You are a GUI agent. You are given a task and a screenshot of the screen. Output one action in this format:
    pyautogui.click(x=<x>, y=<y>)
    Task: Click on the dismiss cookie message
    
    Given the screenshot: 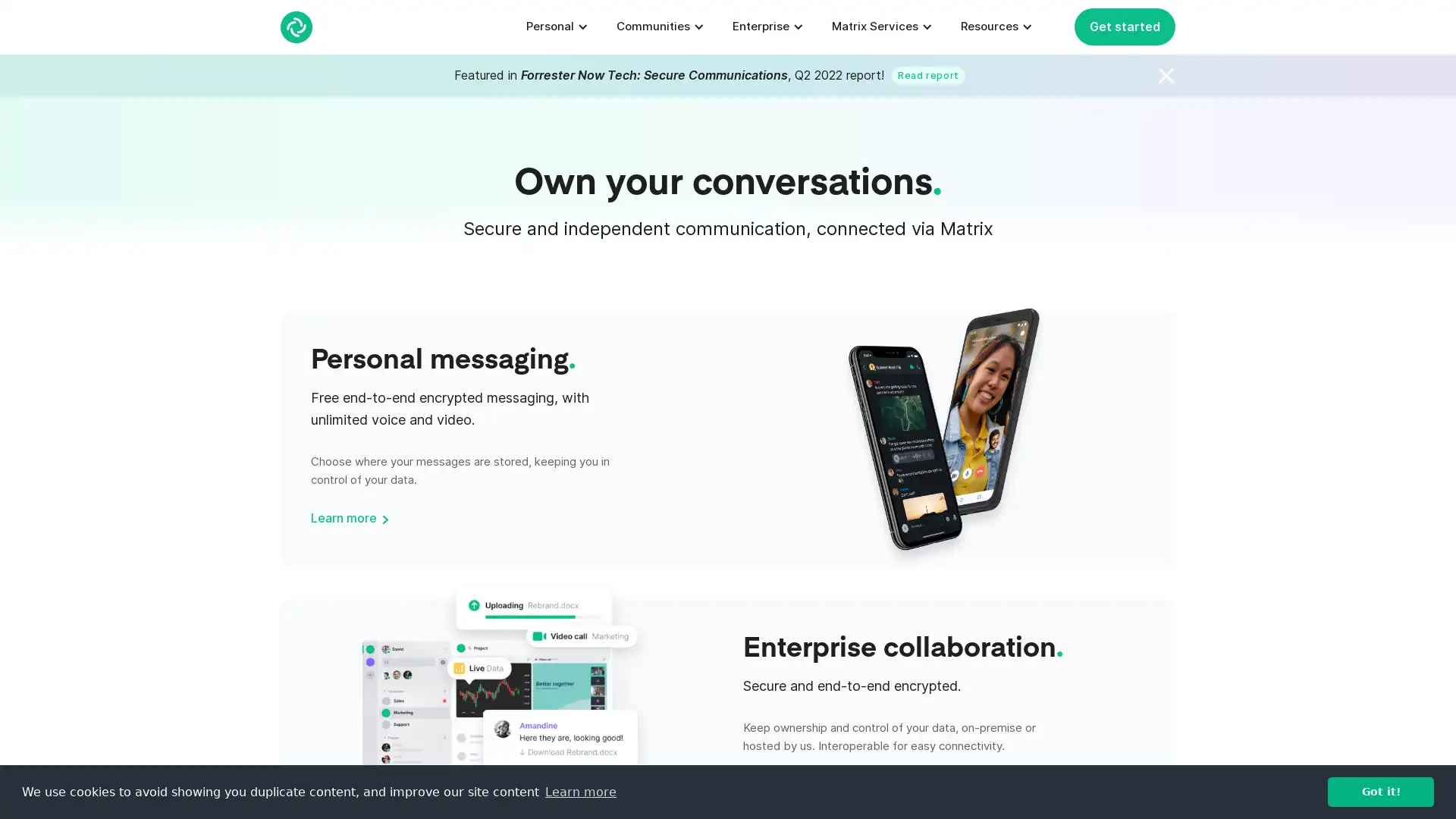 What is the action you would take?
    pyautogui.click(x=1380, y=791)
    